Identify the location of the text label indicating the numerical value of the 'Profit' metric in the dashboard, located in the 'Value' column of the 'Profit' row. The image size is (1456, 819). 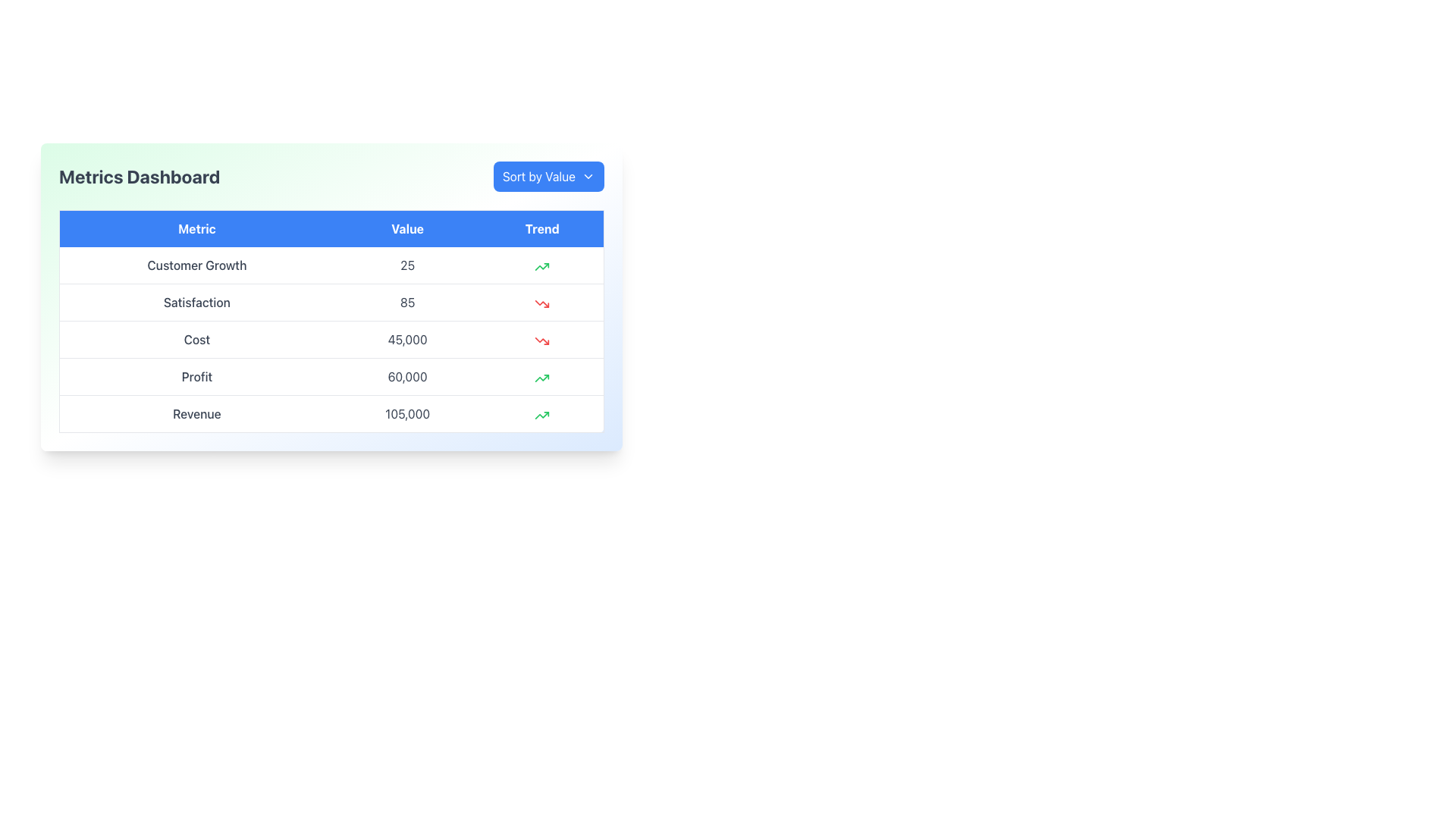
(407, 376).